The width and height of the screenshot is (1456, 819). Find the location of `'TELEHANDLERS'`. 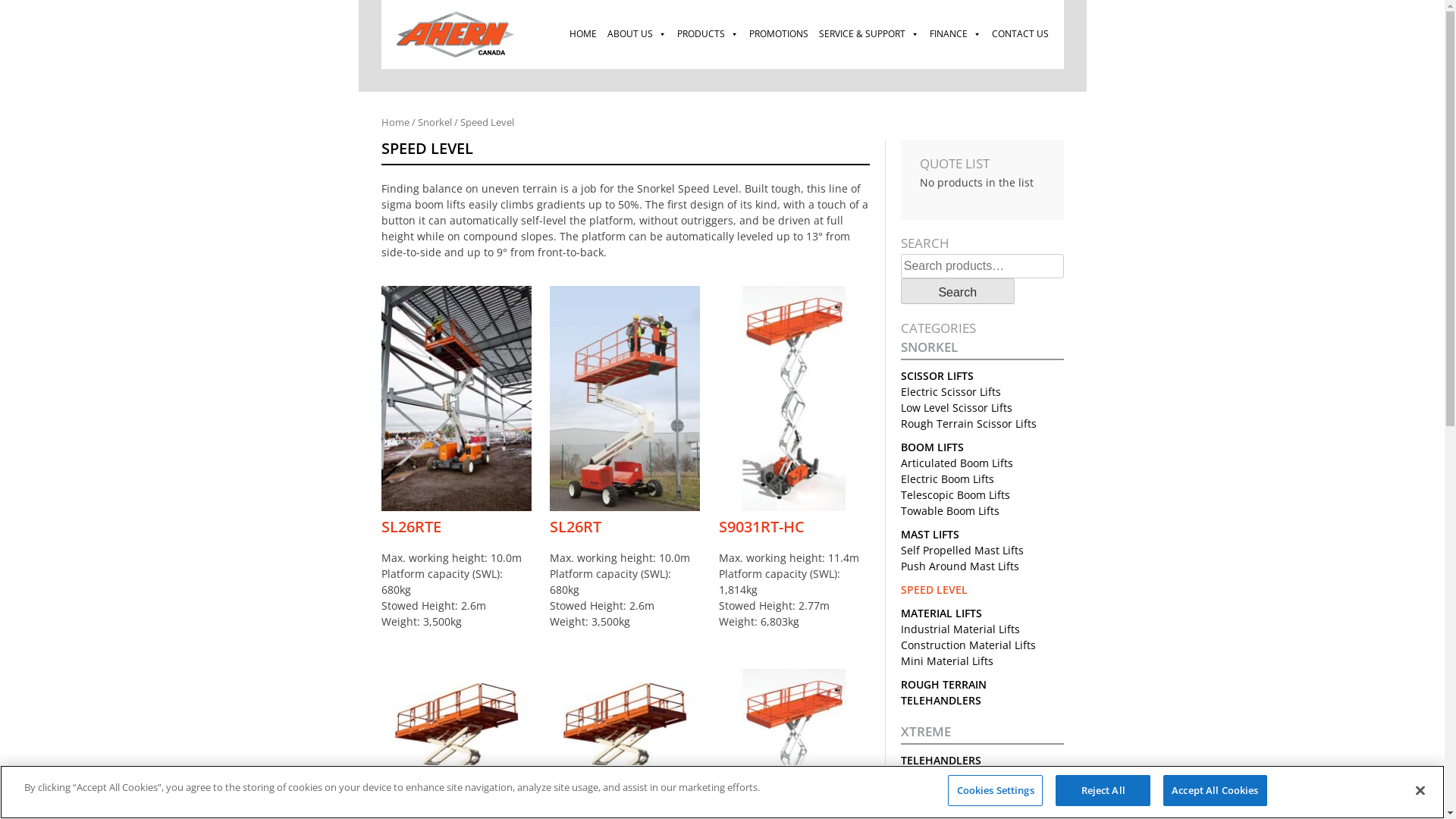

'TELEHANDLERS' is located at coordinates (940, 760).